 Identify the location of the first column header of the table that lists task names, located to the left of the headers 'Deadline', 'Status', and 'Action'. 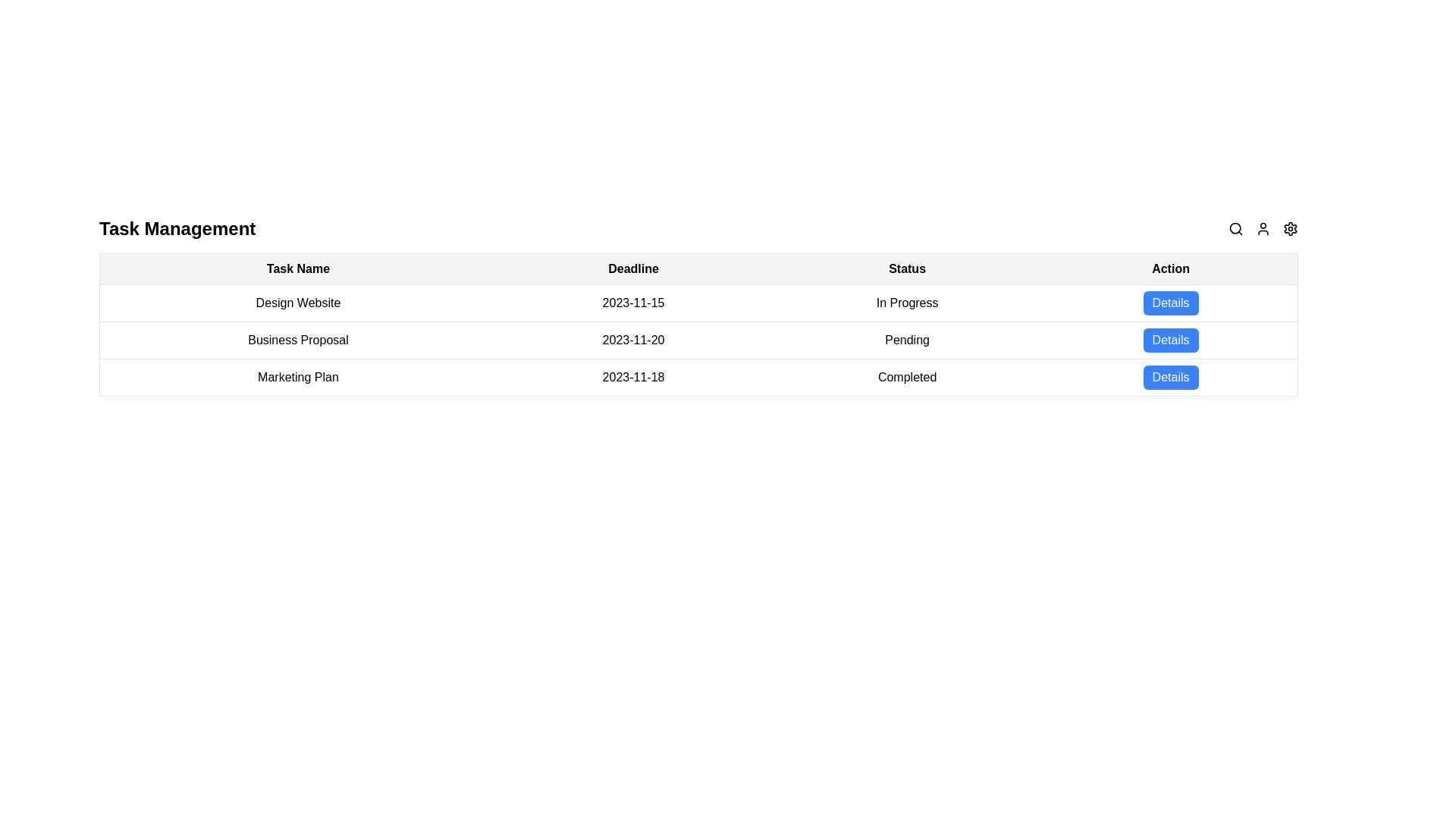
(298, 268).